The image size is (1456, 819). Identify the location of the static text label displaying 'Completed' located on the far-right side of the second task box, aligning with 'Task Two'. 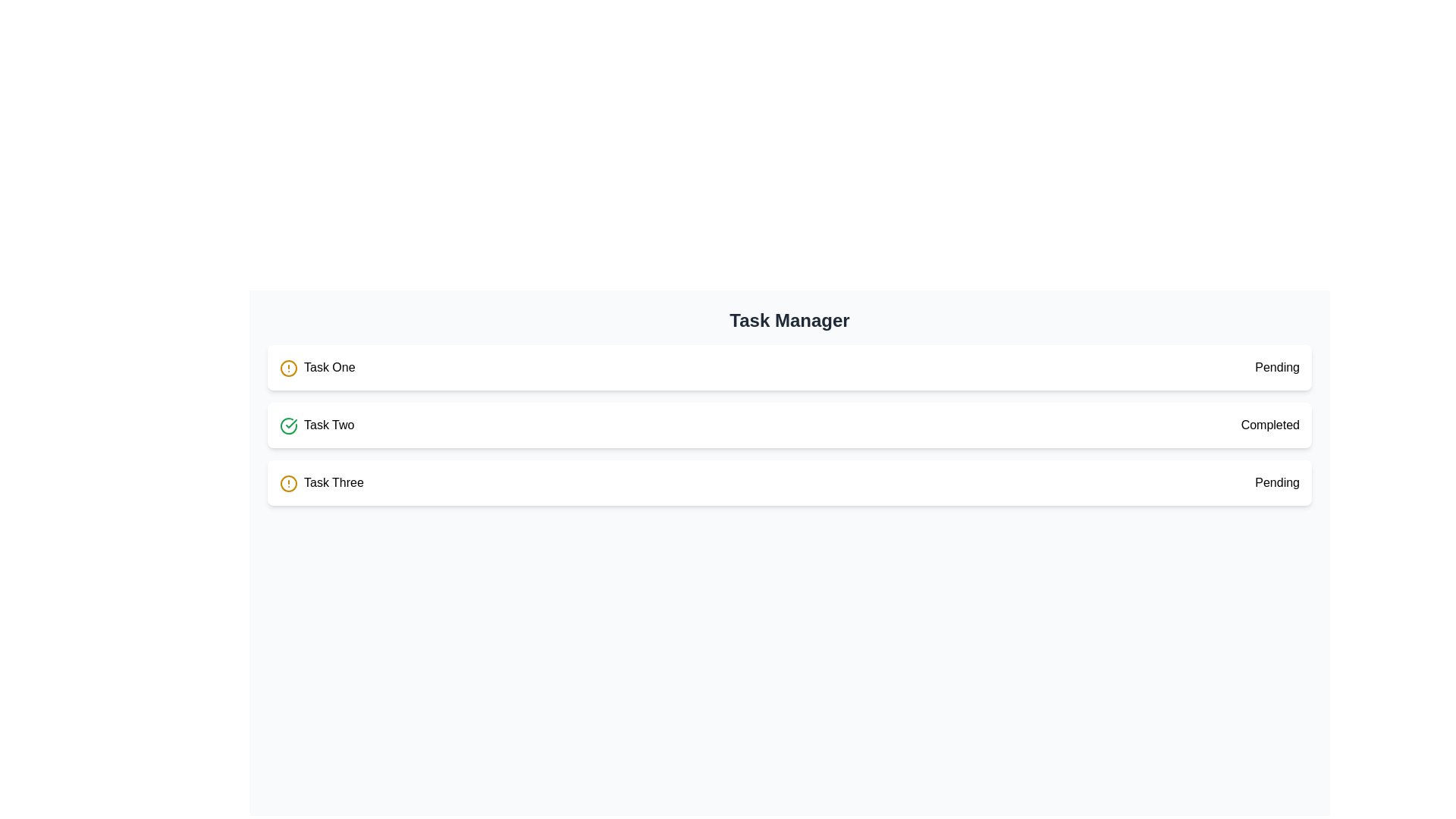
(1270, 425).